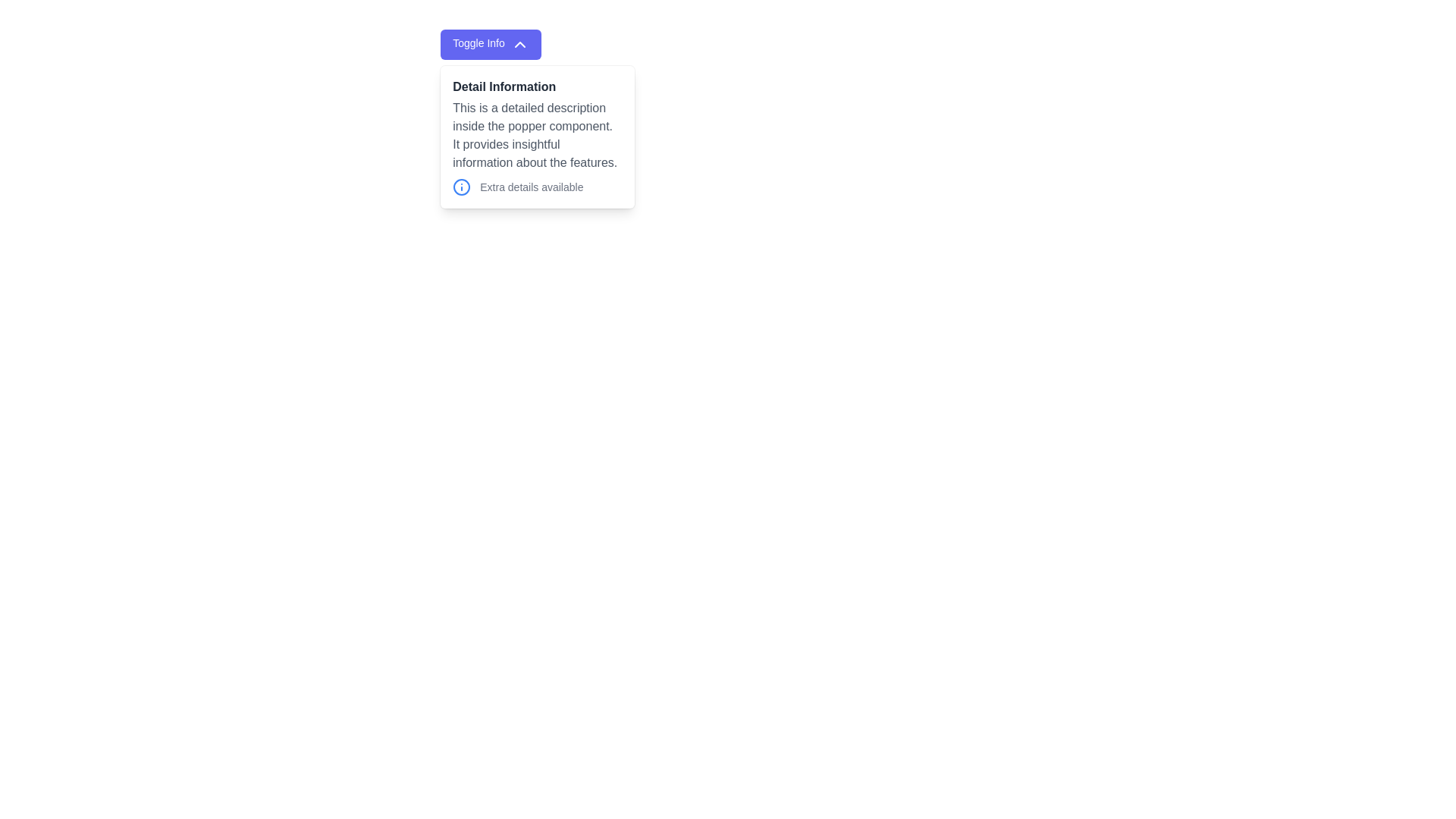  Describe the element at coordinates (461, 186) in the screenshot. I see `the circular Graphical Icon Element with a blue outline and white fill, located within the information icon's tooltip-like box below the 'Toggle Info' button` at that location.